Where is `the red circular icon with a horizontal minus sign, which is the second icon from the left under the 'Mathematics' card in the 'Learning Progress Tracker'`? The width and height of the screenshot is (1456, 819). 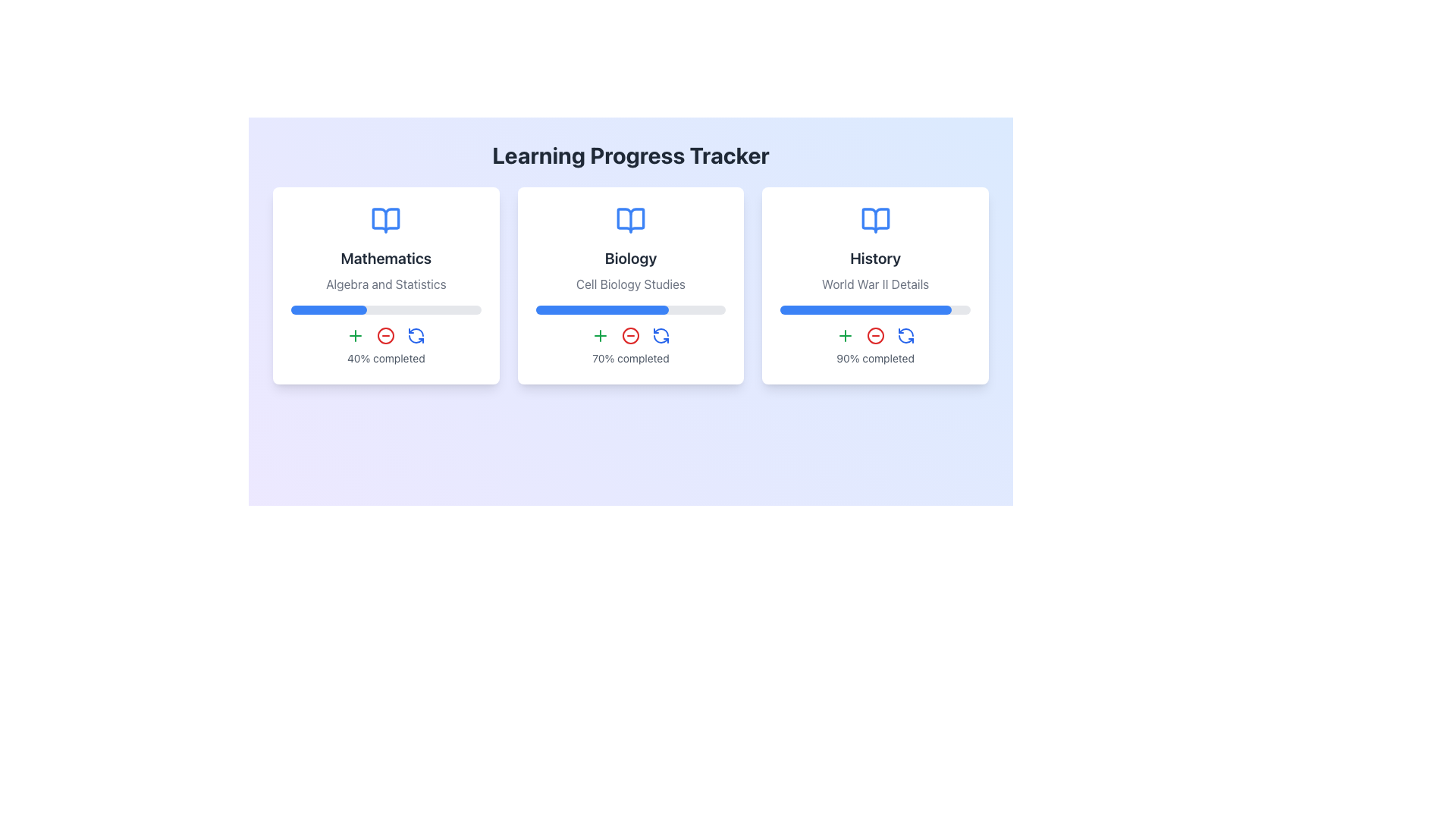 the red circular icon with a horizontal minus sign, which is the second icon from the left under the 'Mathematics' card in the 'Learning Progress Tracker' is located at coordinates (386, 335).